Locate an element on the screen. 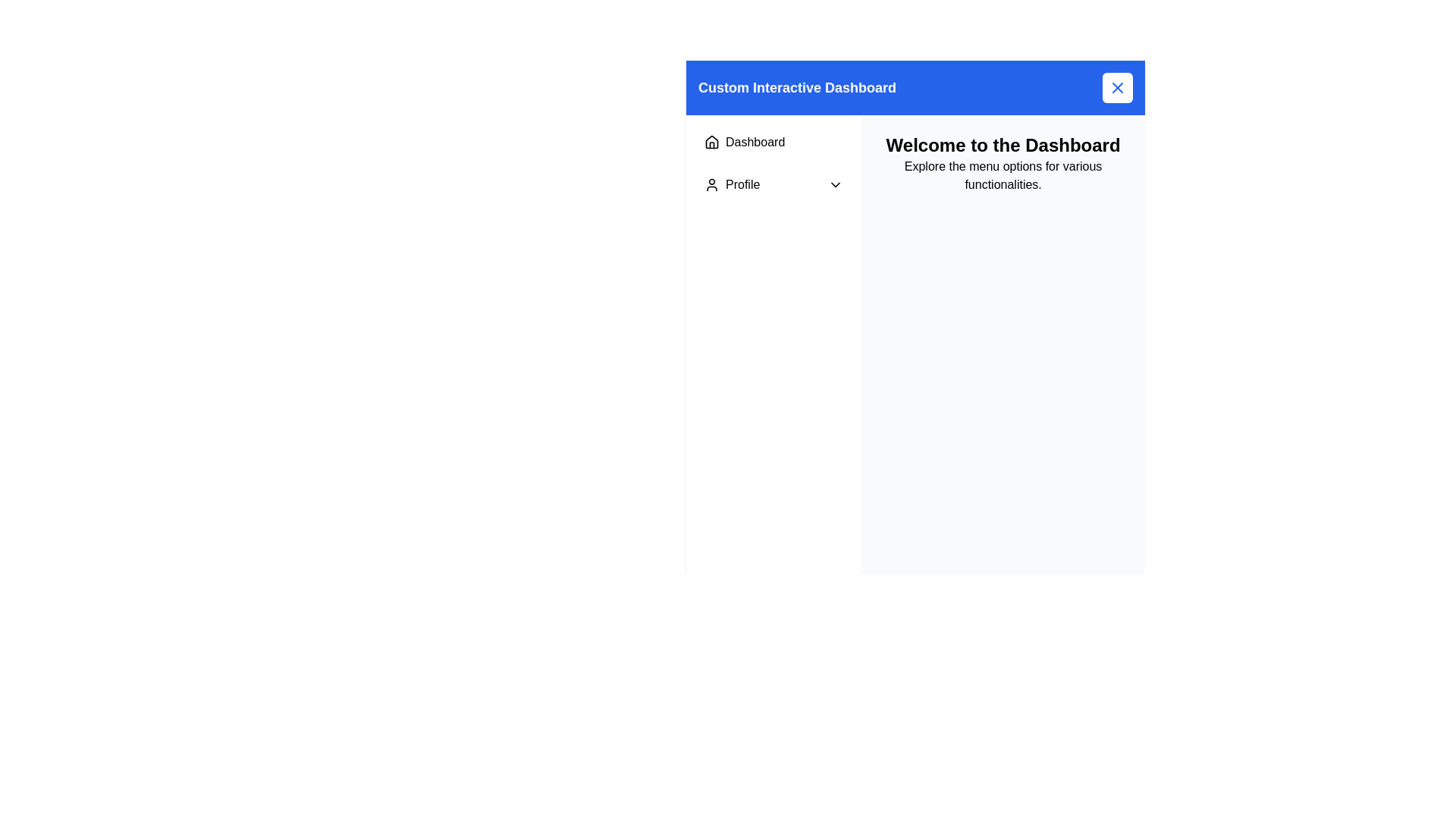  text content displayed below the header 'Welcome to the Dashboard', which states 'Explore the menu options for various functionalities.' is located at coordinates (1003, 174).